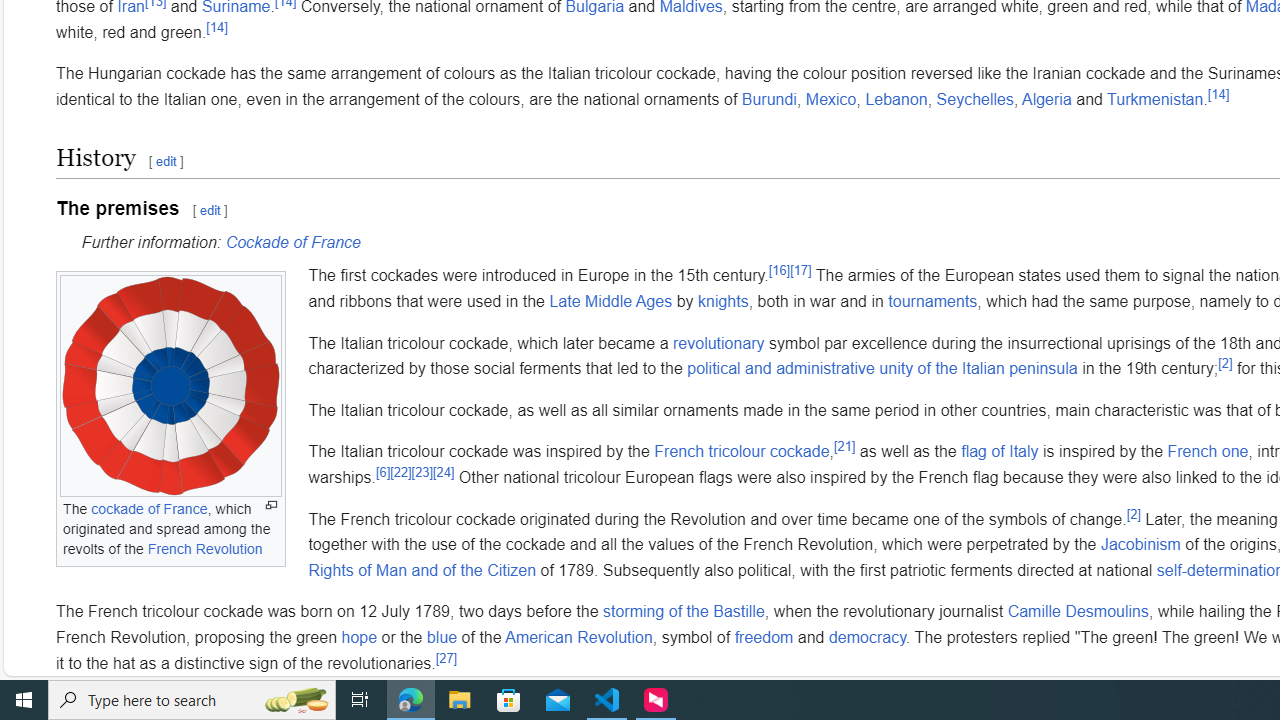 Image resolution: width=1280 pixels, height=720 pixels. I want to click on 'Algeria', so click(1046, 99).